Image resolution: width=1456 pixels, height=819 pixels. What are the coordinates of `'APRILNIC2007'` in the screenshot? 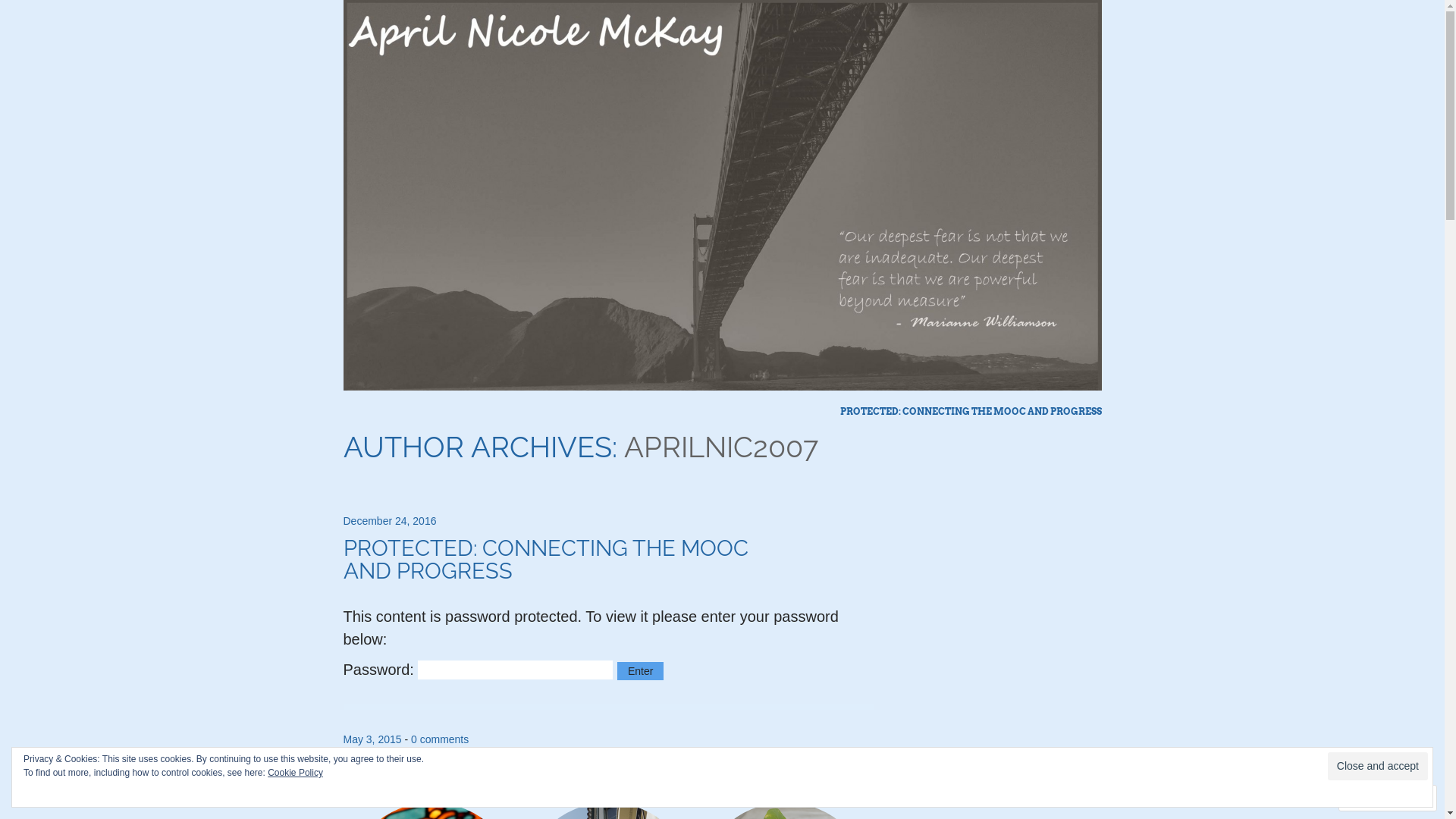 It's located at (623, 446).